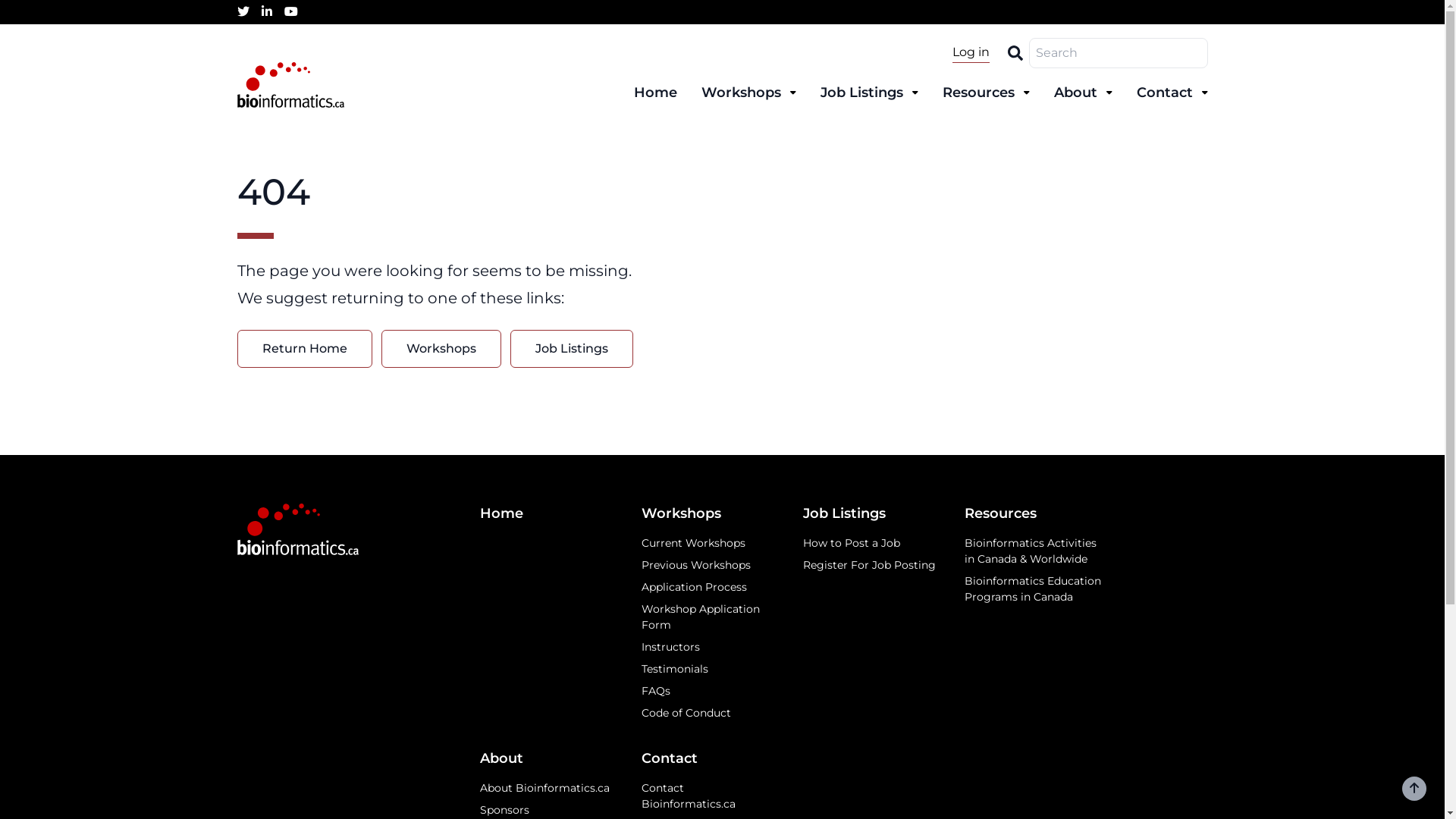 The width and height of the screenshot is (1456, 819). What do you see at coordinates (548, 809) in the screenshot?
I see `'Sponsors'` at bounding box center [548, 809].